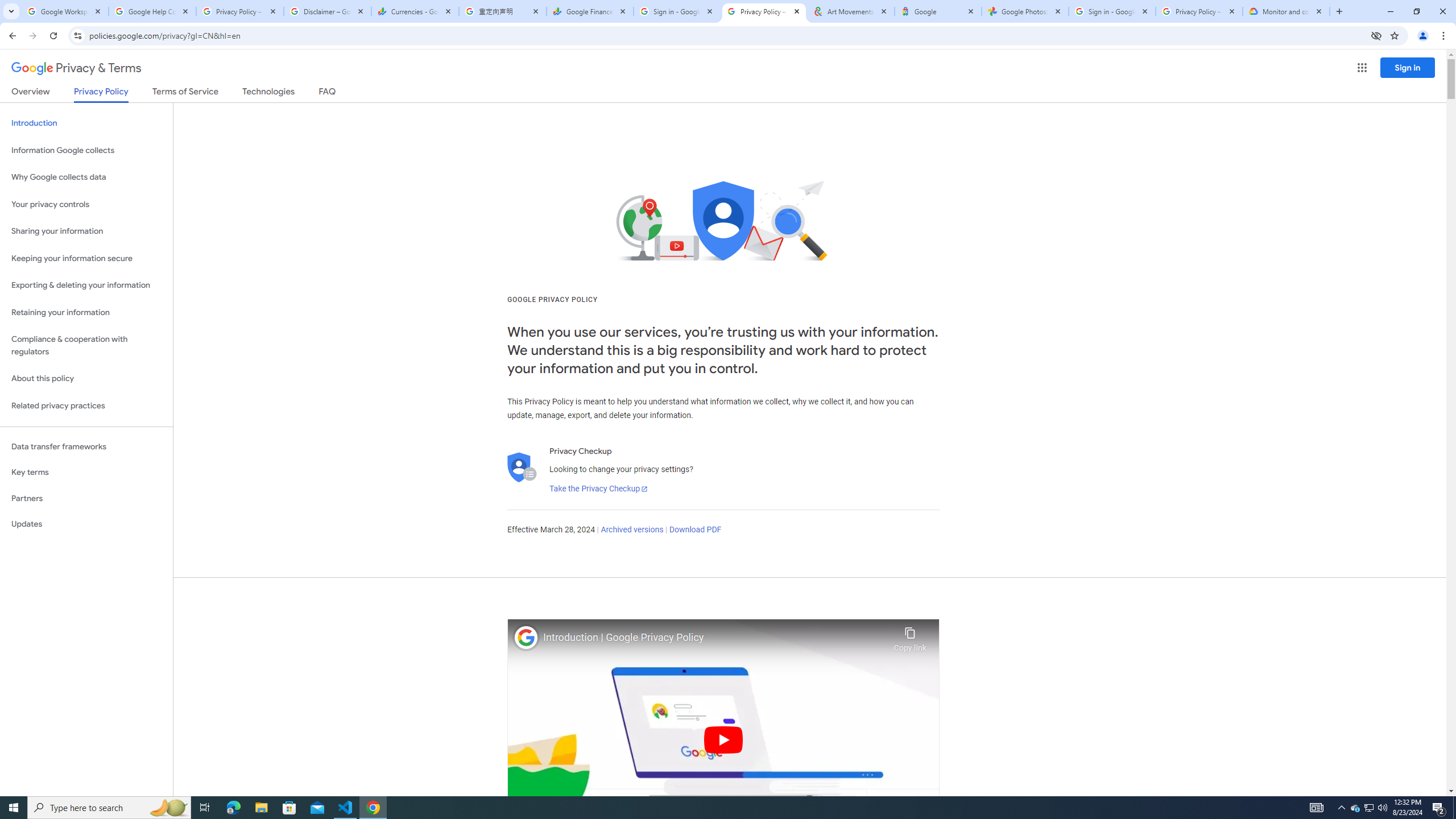 This screenshot has height=819, width=1456. What do you see at coordinates (86, 498) in the screenshot?
I see `'Partners'` at bounding box center [86, 498].